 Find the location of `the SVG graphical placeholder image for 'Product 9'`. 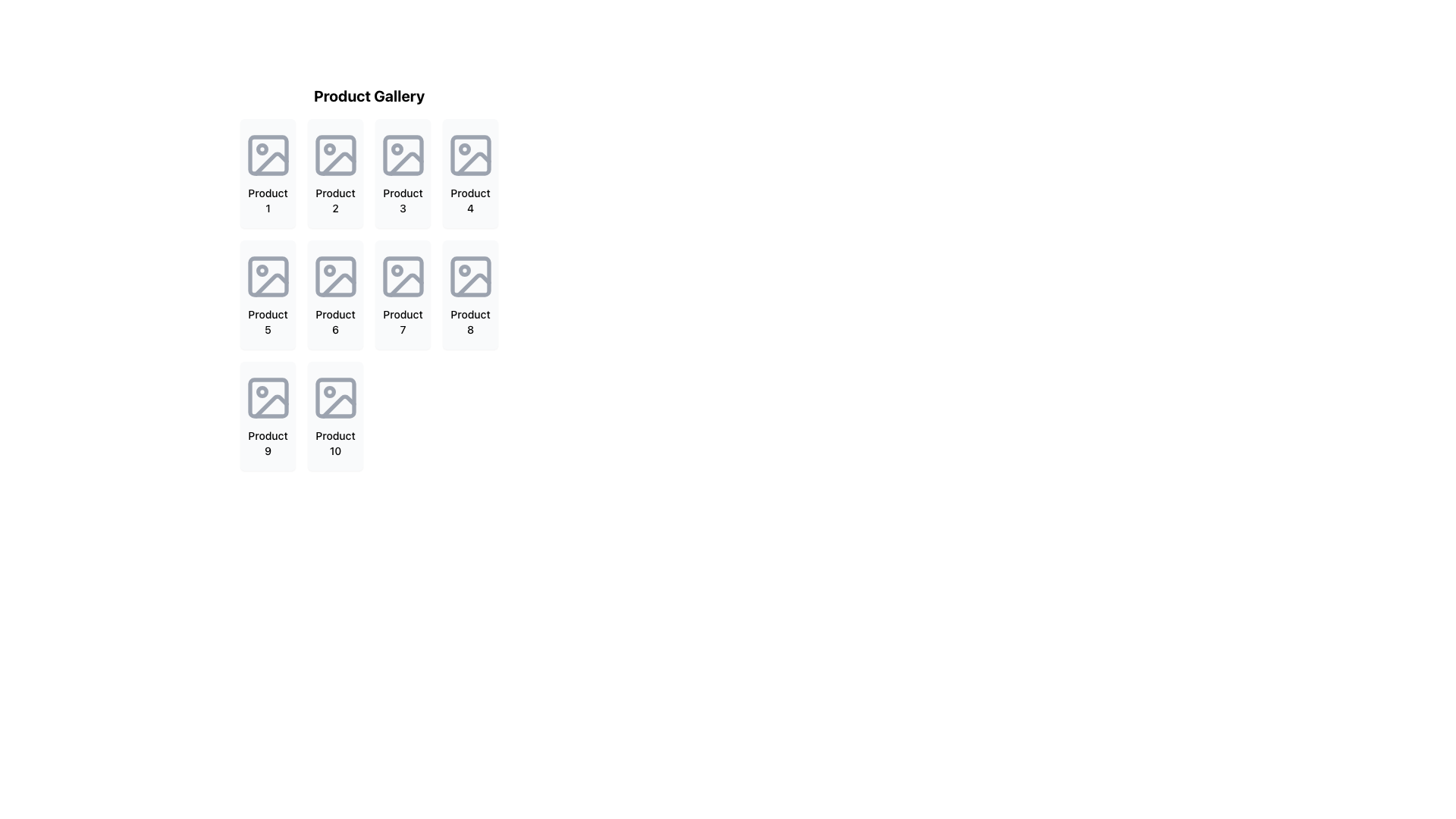

the SVG graphical placeholder image for 'Product 9' is located at coordinates (268, 397).